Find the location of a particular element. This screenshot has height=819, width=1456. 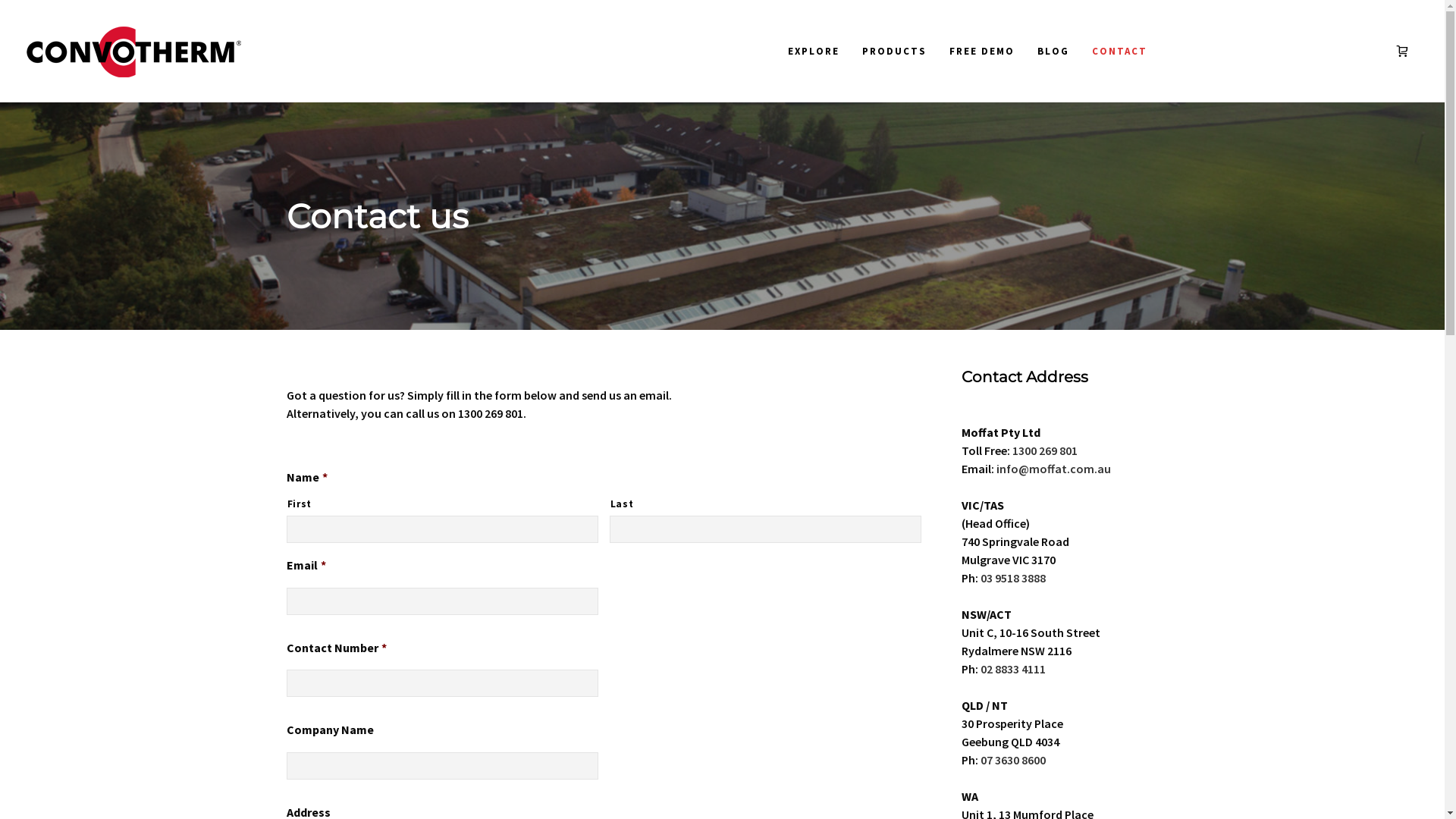

'CONTACT' is located at coordinates (1119, 50).